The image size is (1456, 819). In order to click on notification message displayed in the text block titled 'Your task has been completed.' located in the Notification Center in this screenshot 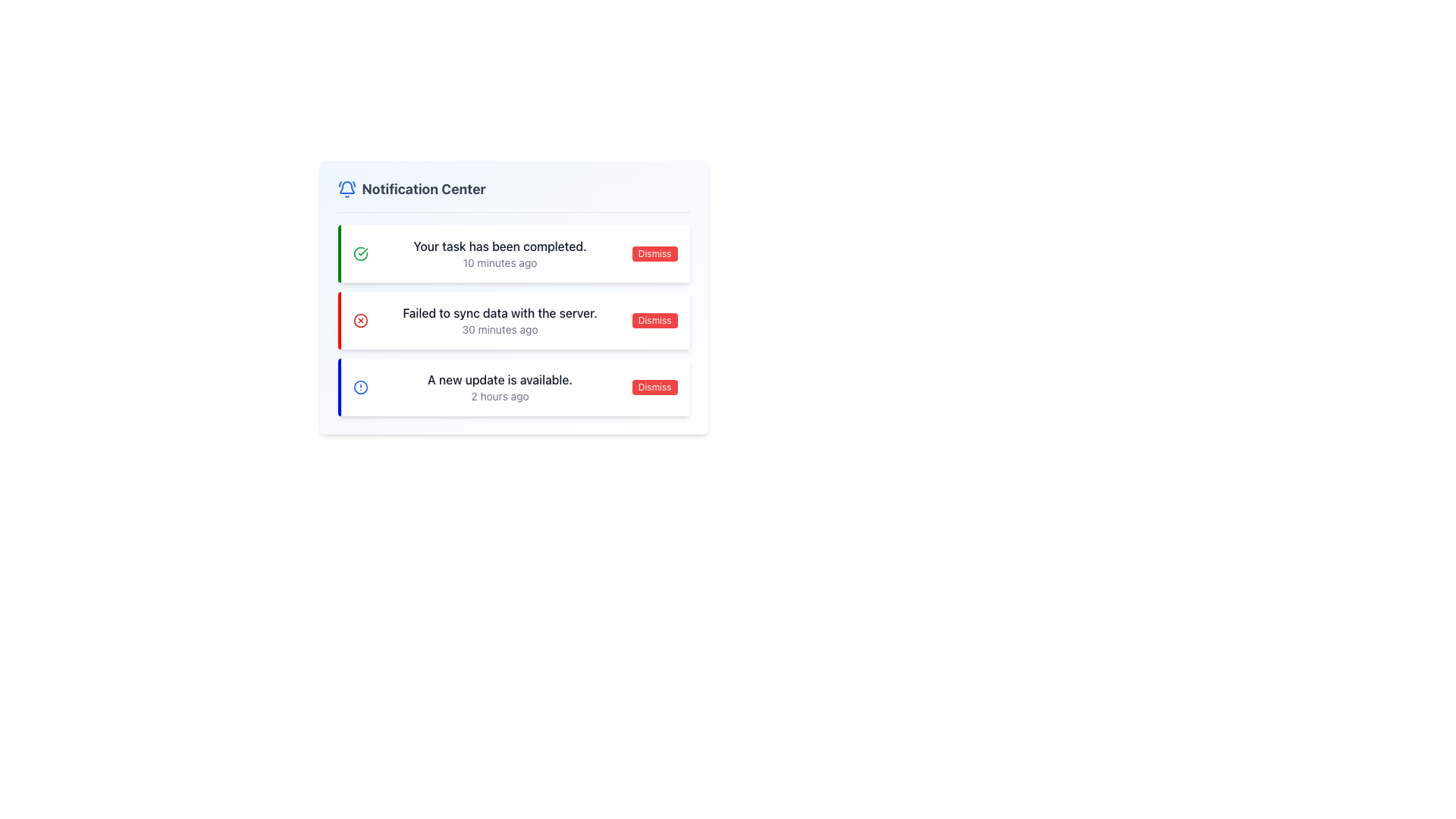, I will do `click(500, 253)`.